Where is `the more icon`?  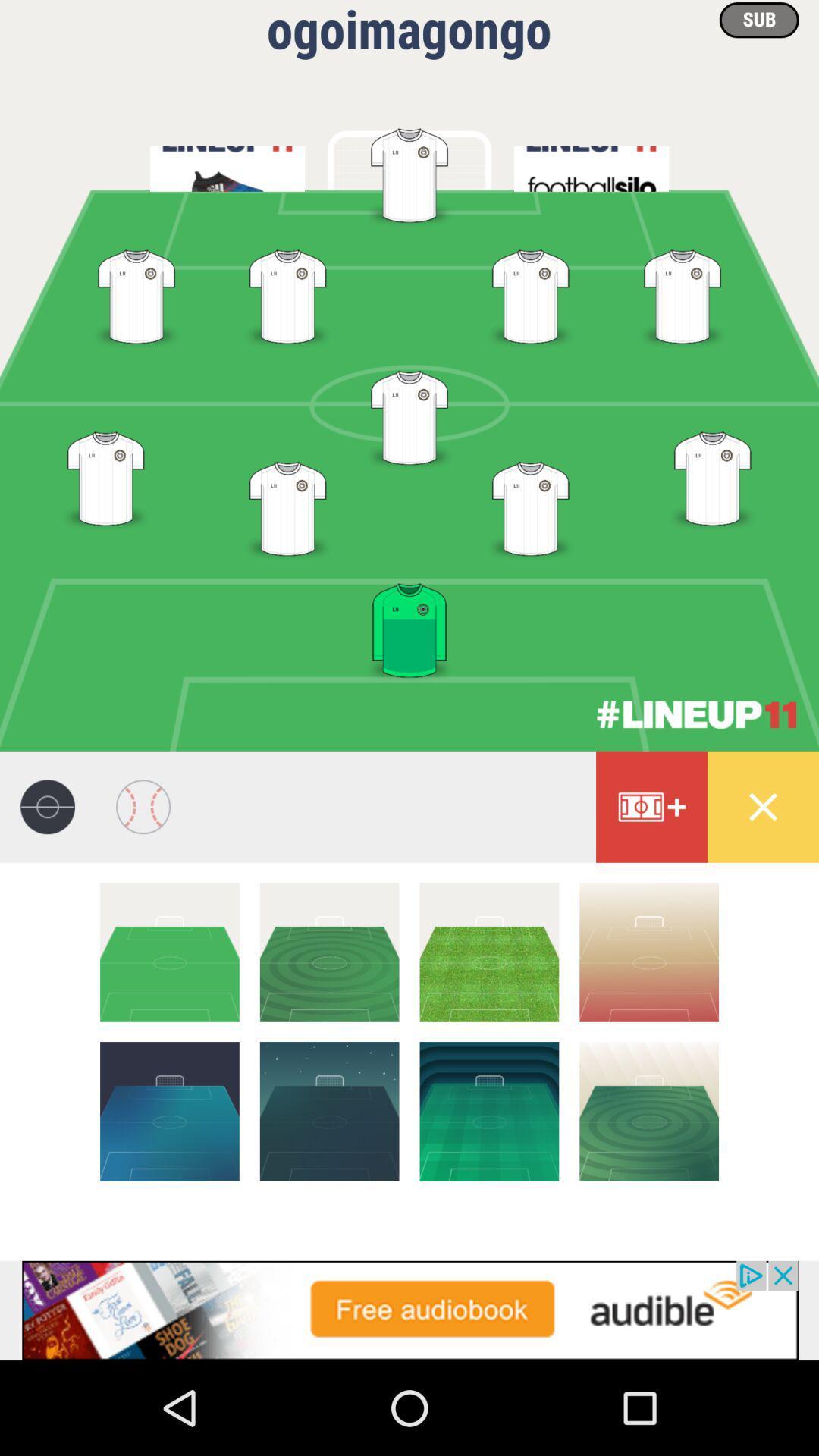 the more icon is located at coordinates (651, 806).